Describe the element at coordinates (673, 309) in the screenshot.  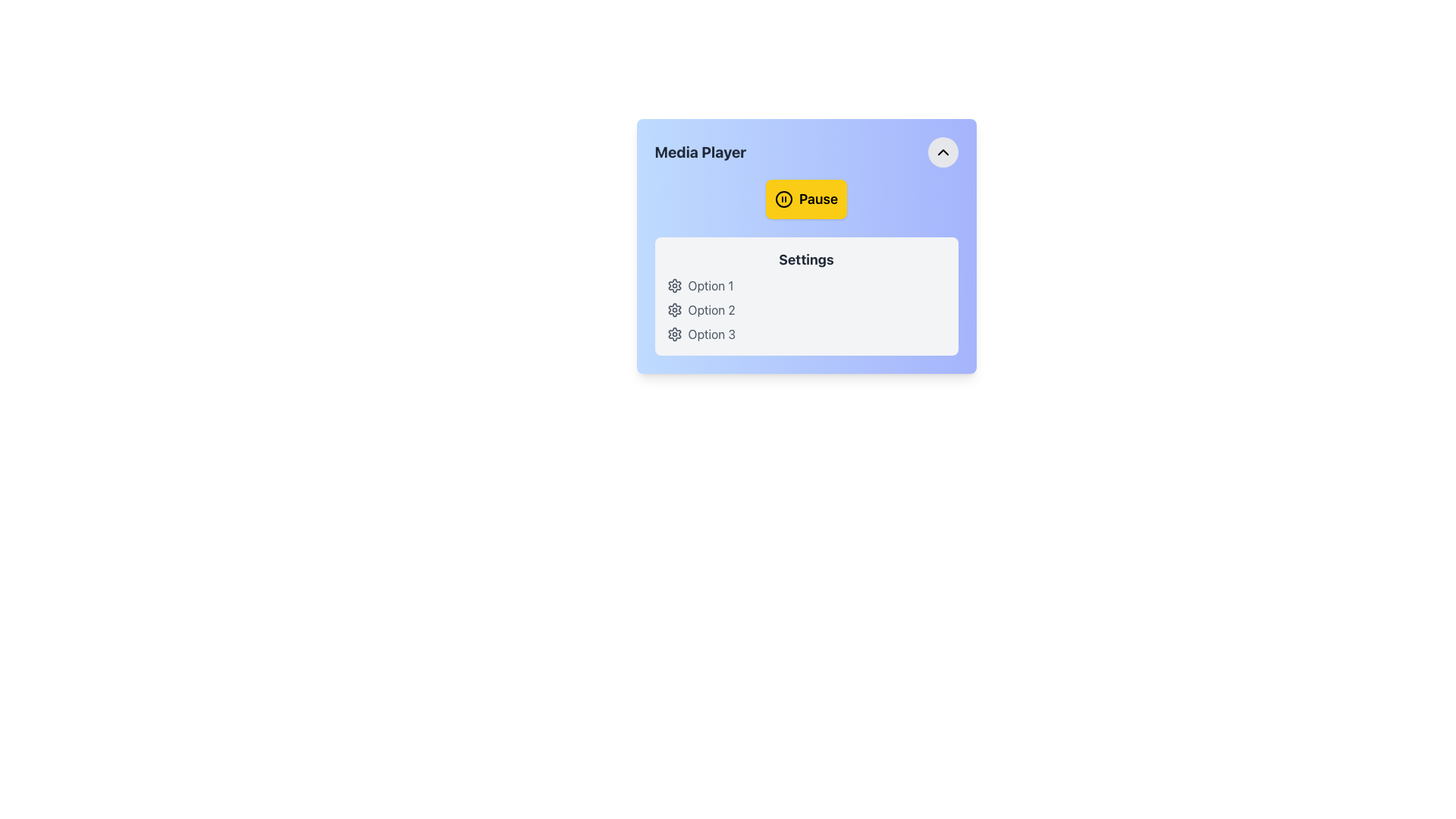
I see `the settings icon representing 'Option 2', which is located to the left of the text 'Option 2' in the vertical list under the 'Settings' section` at that location.